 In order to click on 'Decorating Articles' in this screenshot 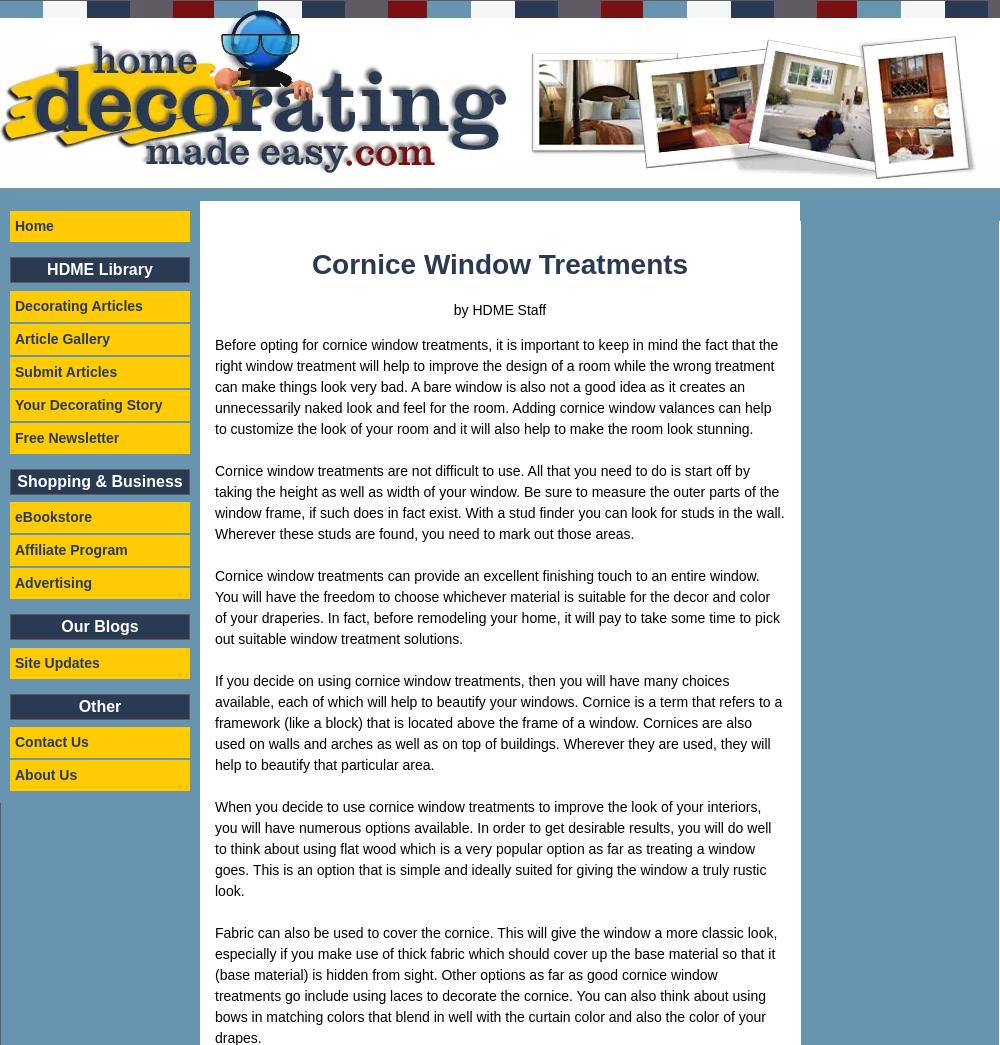, I will do `click(77, 305)`.